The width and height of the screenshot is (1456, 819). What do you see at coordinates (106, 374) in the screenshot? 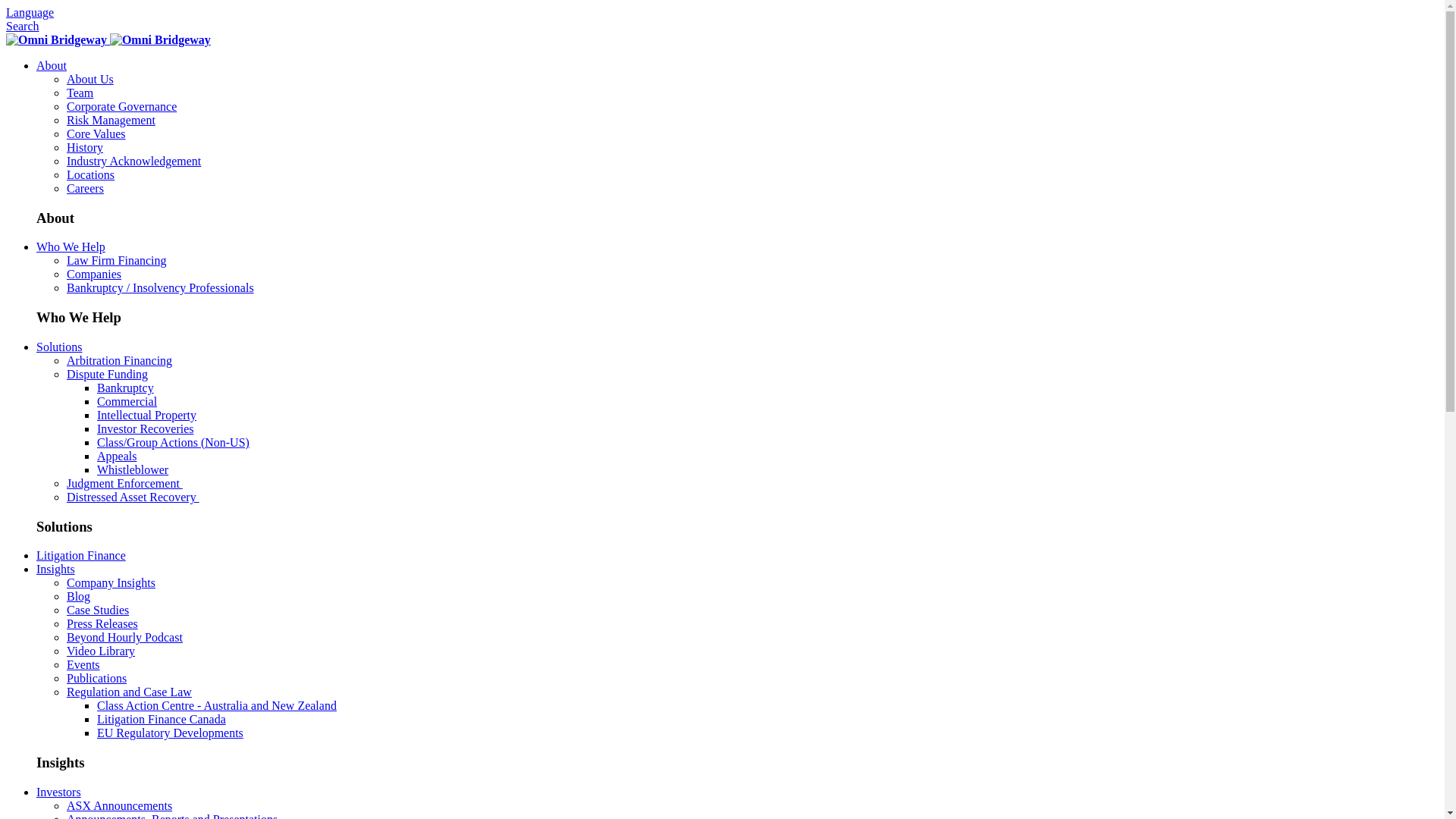
I see `'Dispute Funding'` at bounding box center [106, 374].